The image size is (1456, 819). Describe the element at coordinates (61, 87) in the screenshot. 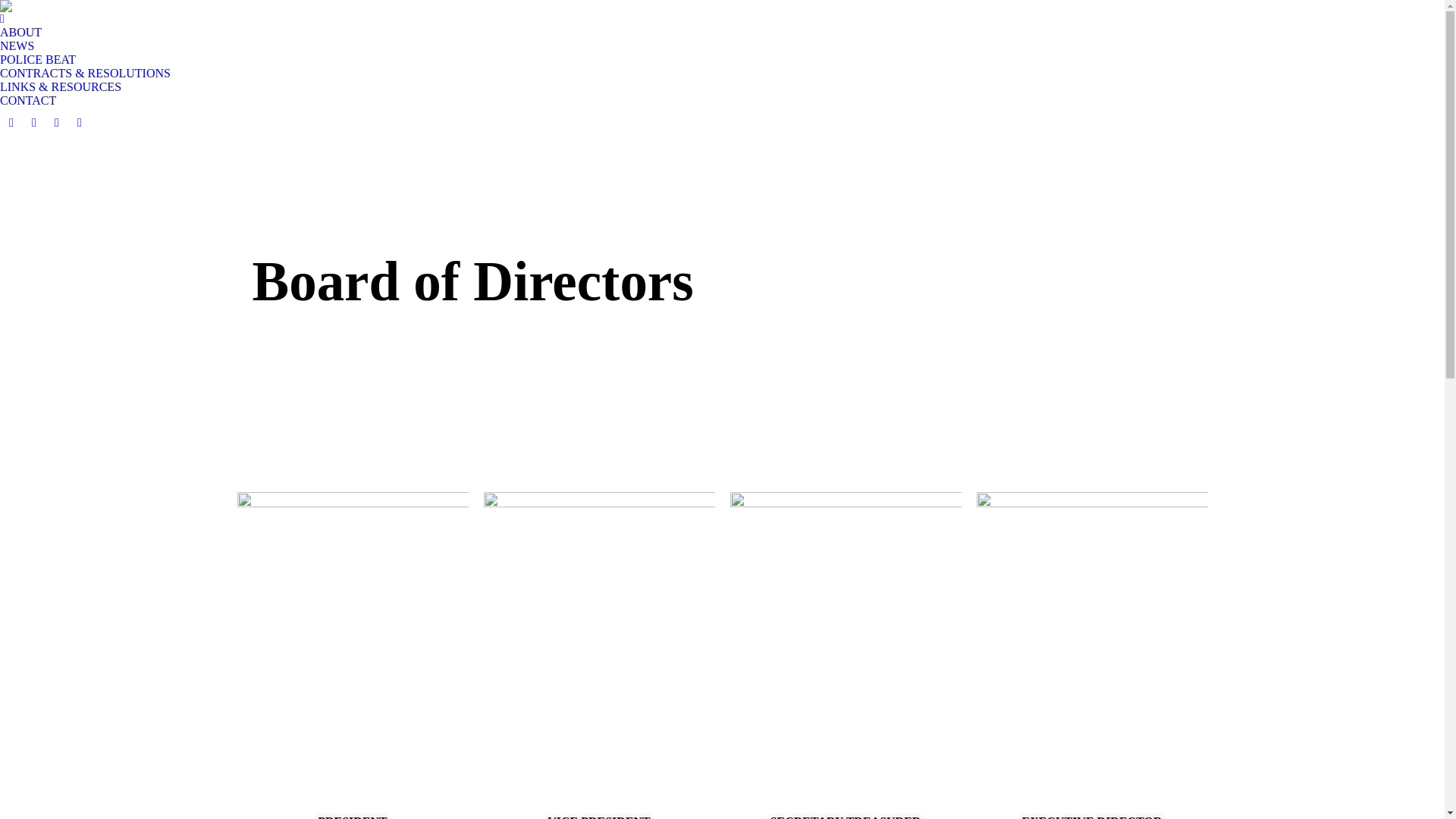

I see `'LINKS & RESOURCES'` at that location.